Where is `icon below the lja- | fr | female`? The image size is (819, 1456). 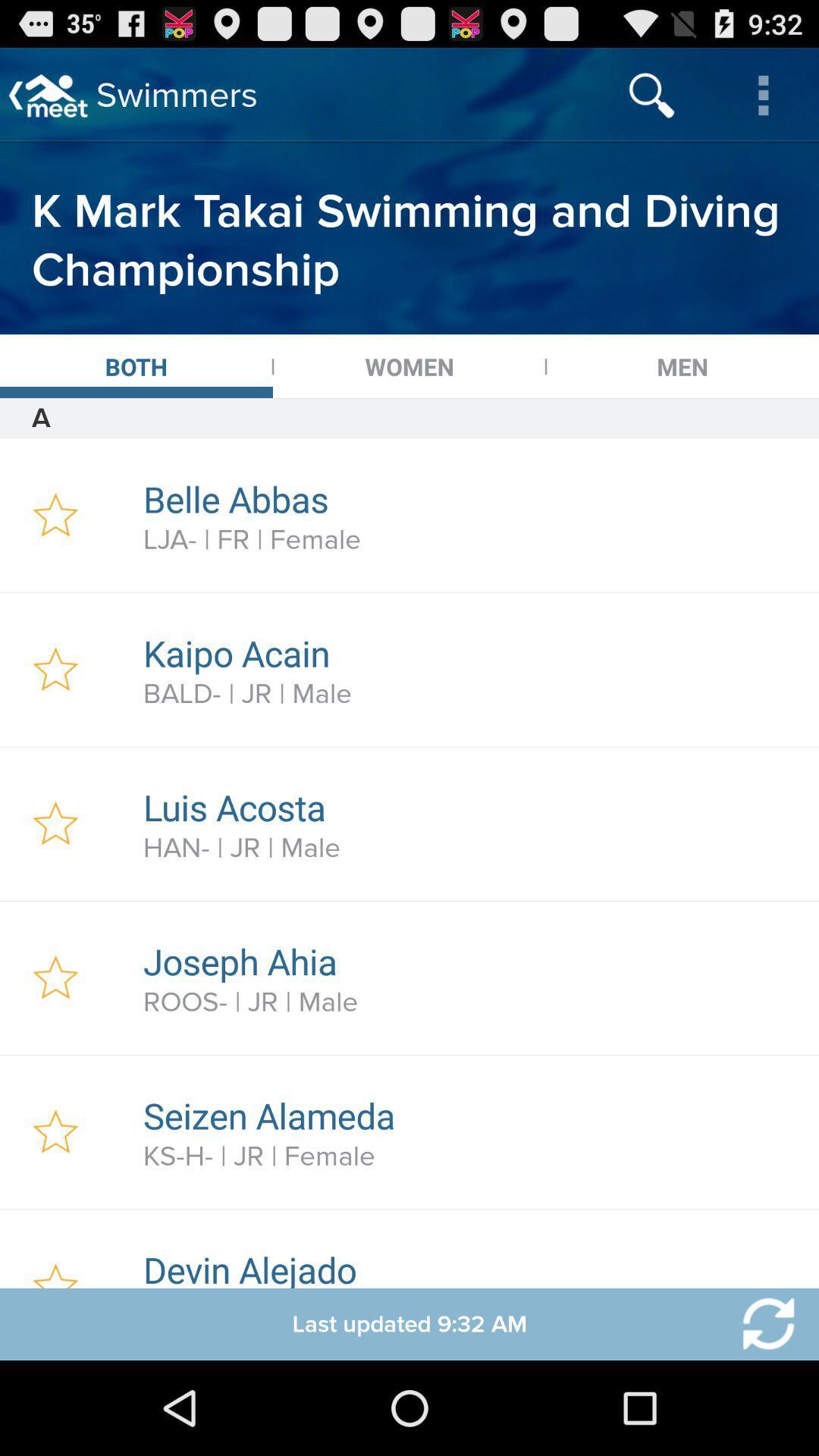
icon below the lja- | fr | female is located at coordinates (472, 653).